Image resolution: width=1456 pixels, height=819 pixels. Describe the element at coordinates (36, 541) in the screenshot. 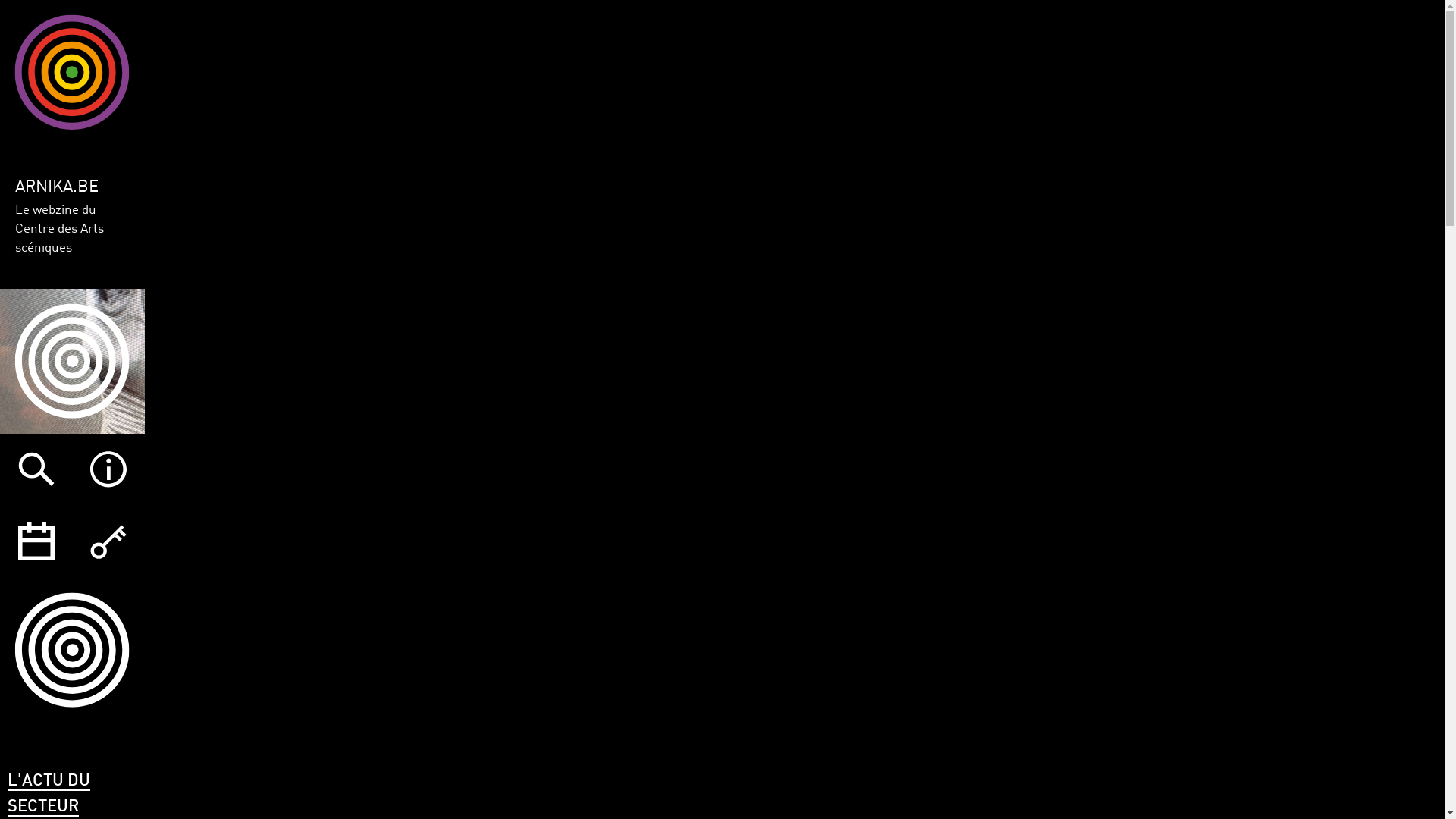

I see `'Agenda'` at that location.